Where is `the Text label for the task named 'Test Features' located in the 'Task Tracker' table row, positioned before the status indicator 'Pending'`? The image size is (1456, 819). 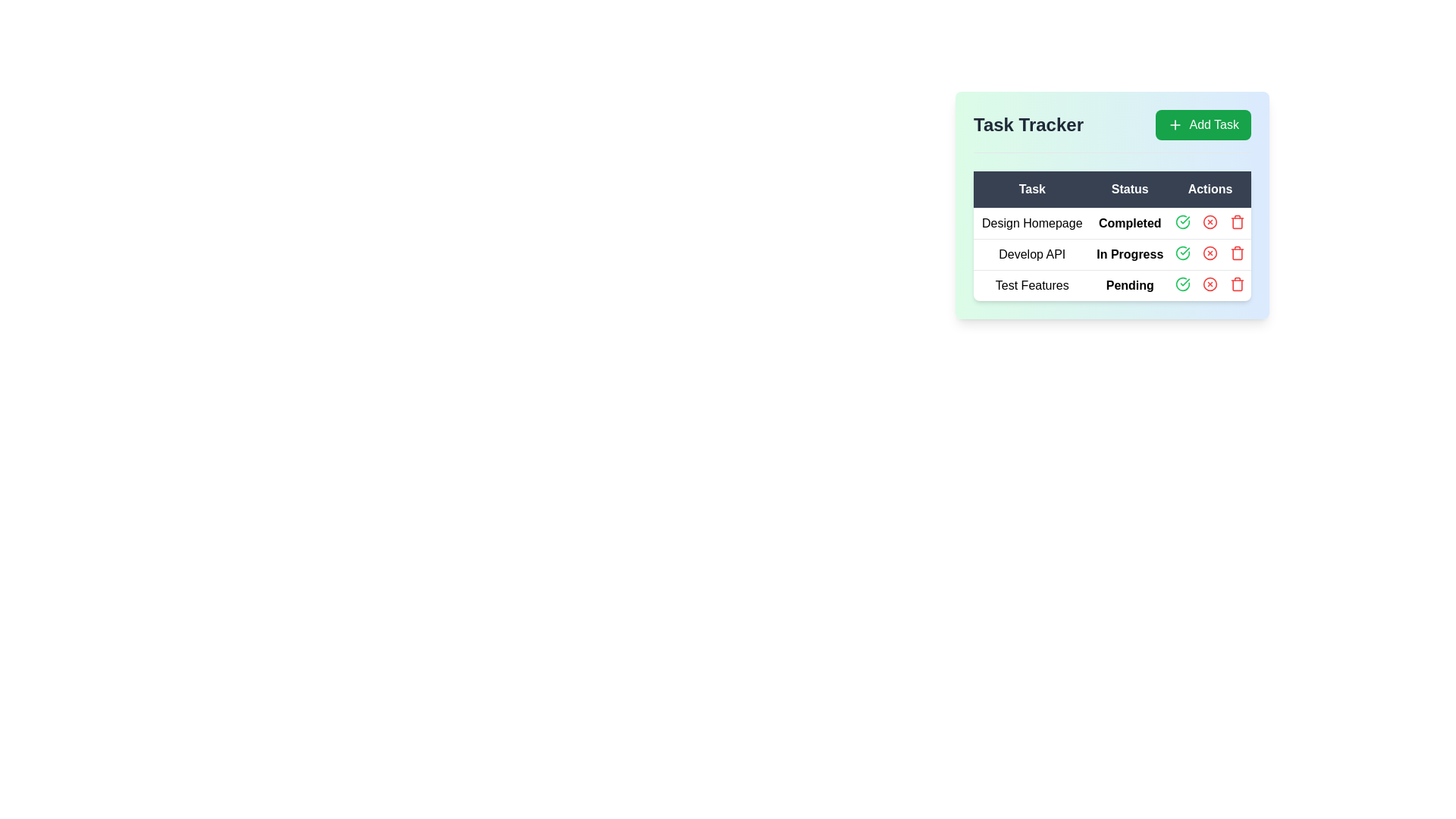 the Text label for the task named 'Test Features' located in the 'Task Tracker' table row, positioned before the status indicator 'Pending' is located at coordinates (1031, 285).